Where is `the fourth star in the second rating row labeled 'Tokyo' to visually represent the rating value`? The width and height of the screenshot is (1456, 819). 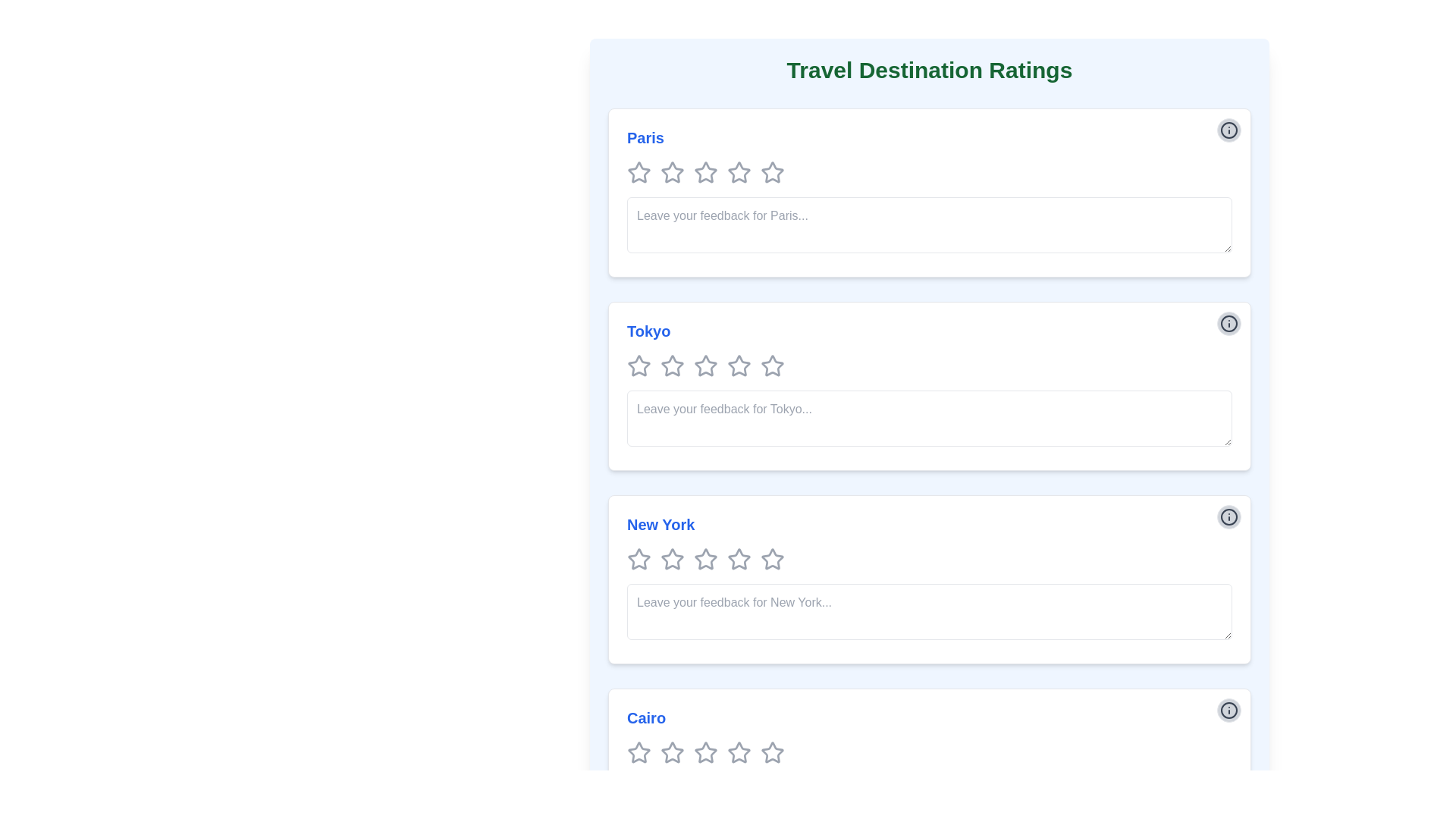
the fourth star in the second rating row labeled 'Tokyo' to visually represent the rating value is located at coordinates (739, 366).